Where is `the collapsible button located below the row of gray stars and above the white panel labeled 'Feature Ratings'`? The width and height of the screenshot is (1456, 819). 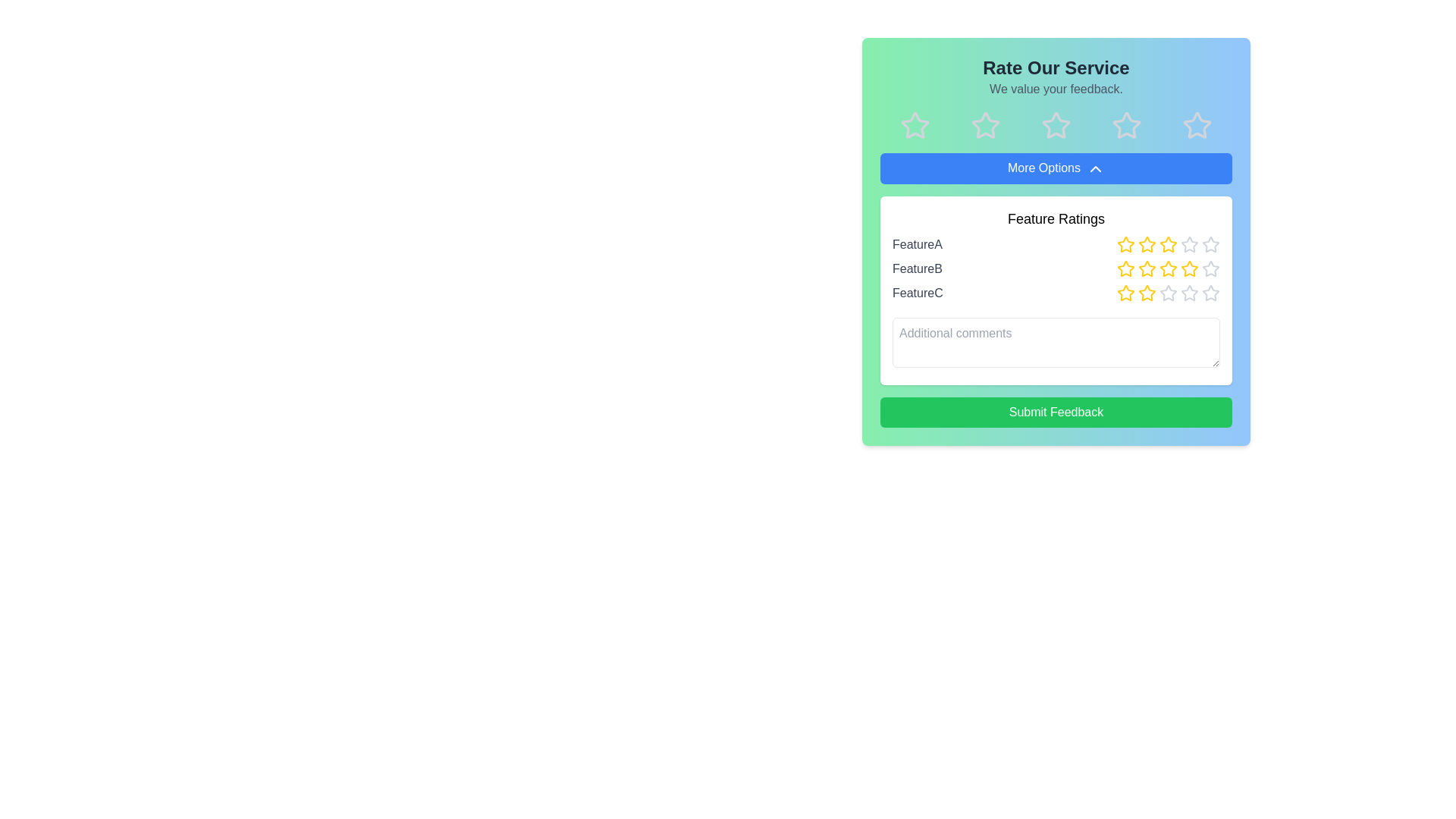
the collapsible button located below the row of gray stars and above the white panel labeled 'Feature Ratings' is located at coordinates (1055, 168).